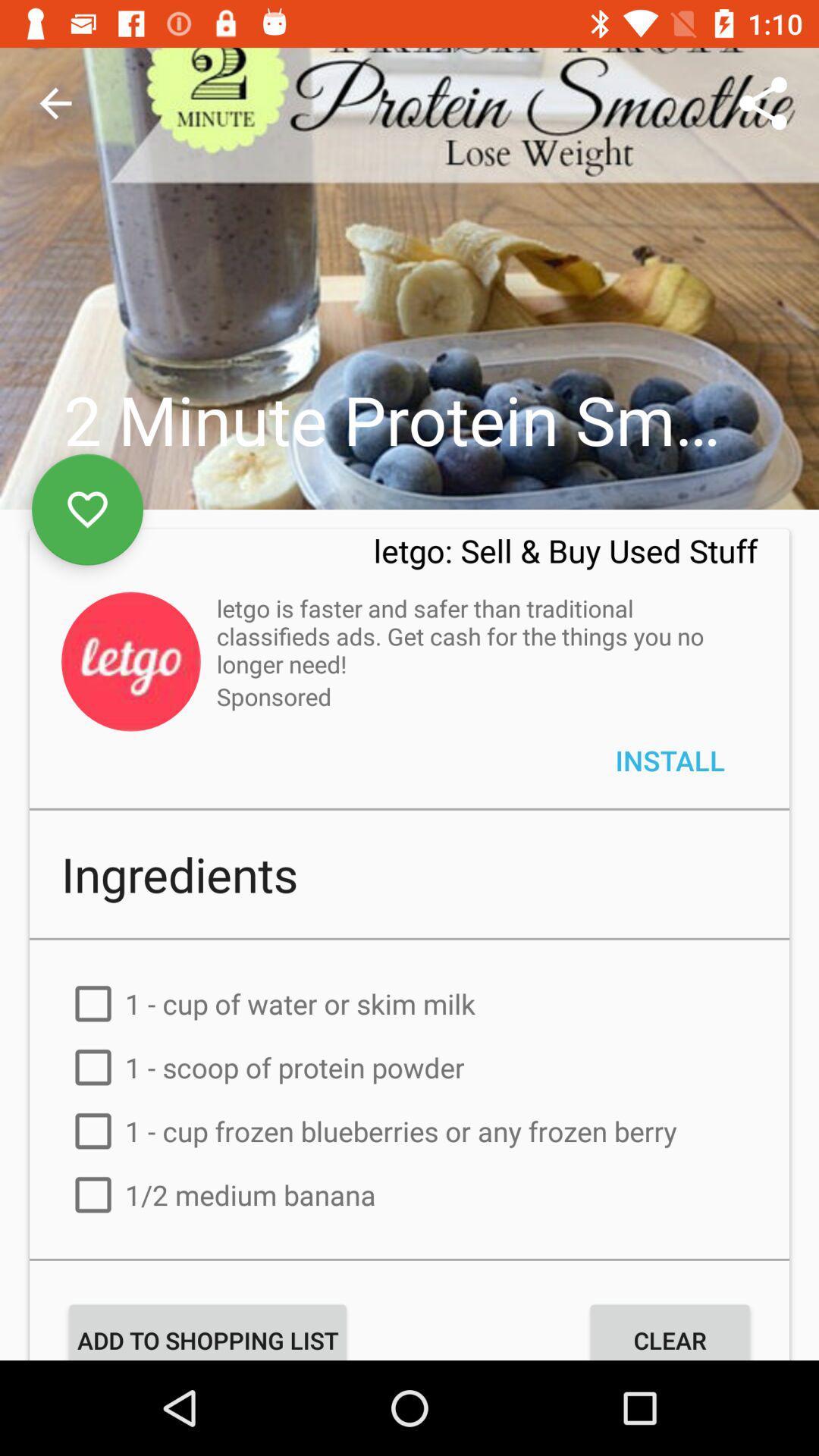  I want to click on the favorite icon, so click(87, 510).